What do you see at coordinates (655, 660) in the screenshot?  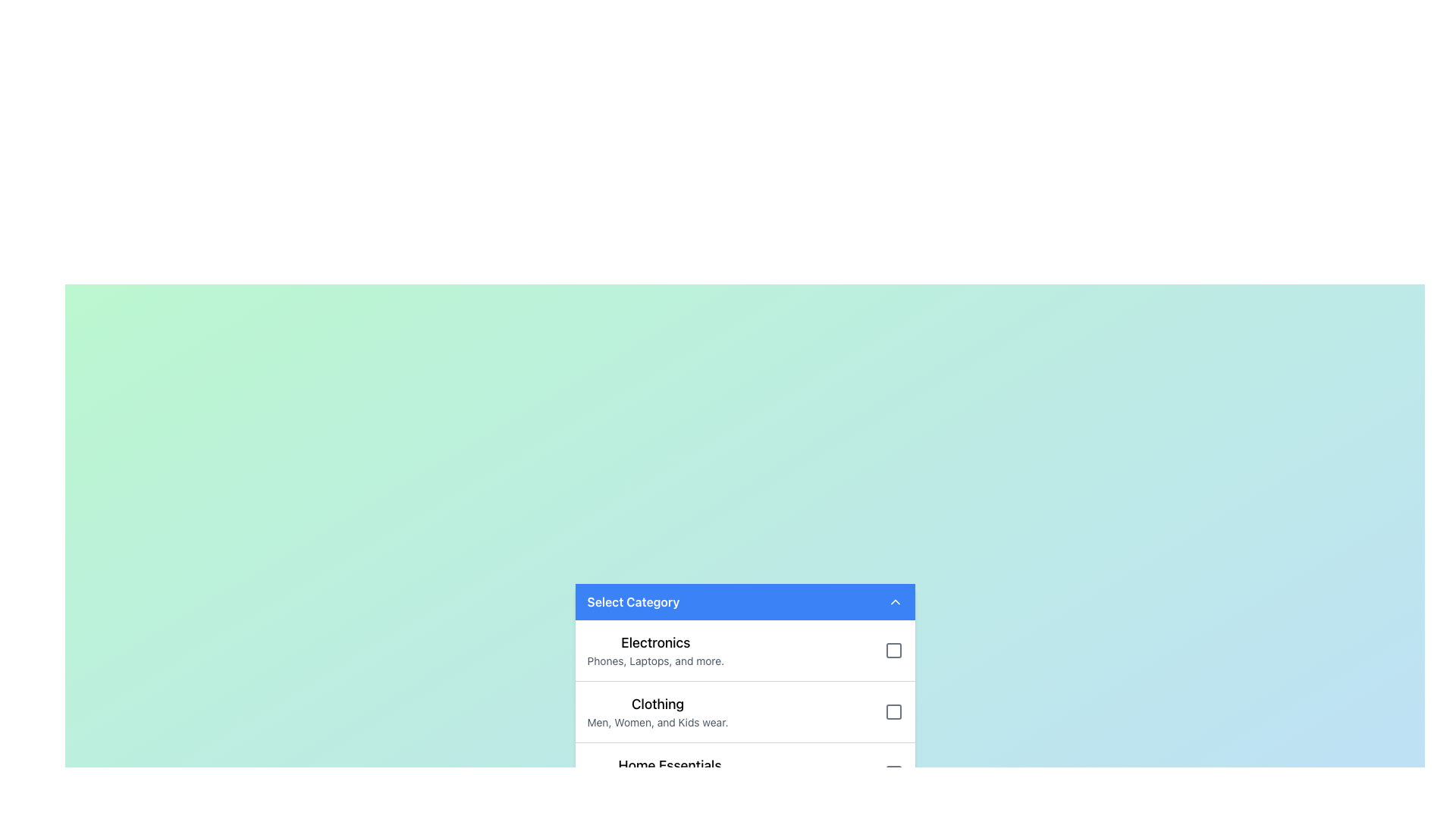 I see `descriptive text element located immediately below the 'Electronics' label in the category card` at bounding box center [655, 660].